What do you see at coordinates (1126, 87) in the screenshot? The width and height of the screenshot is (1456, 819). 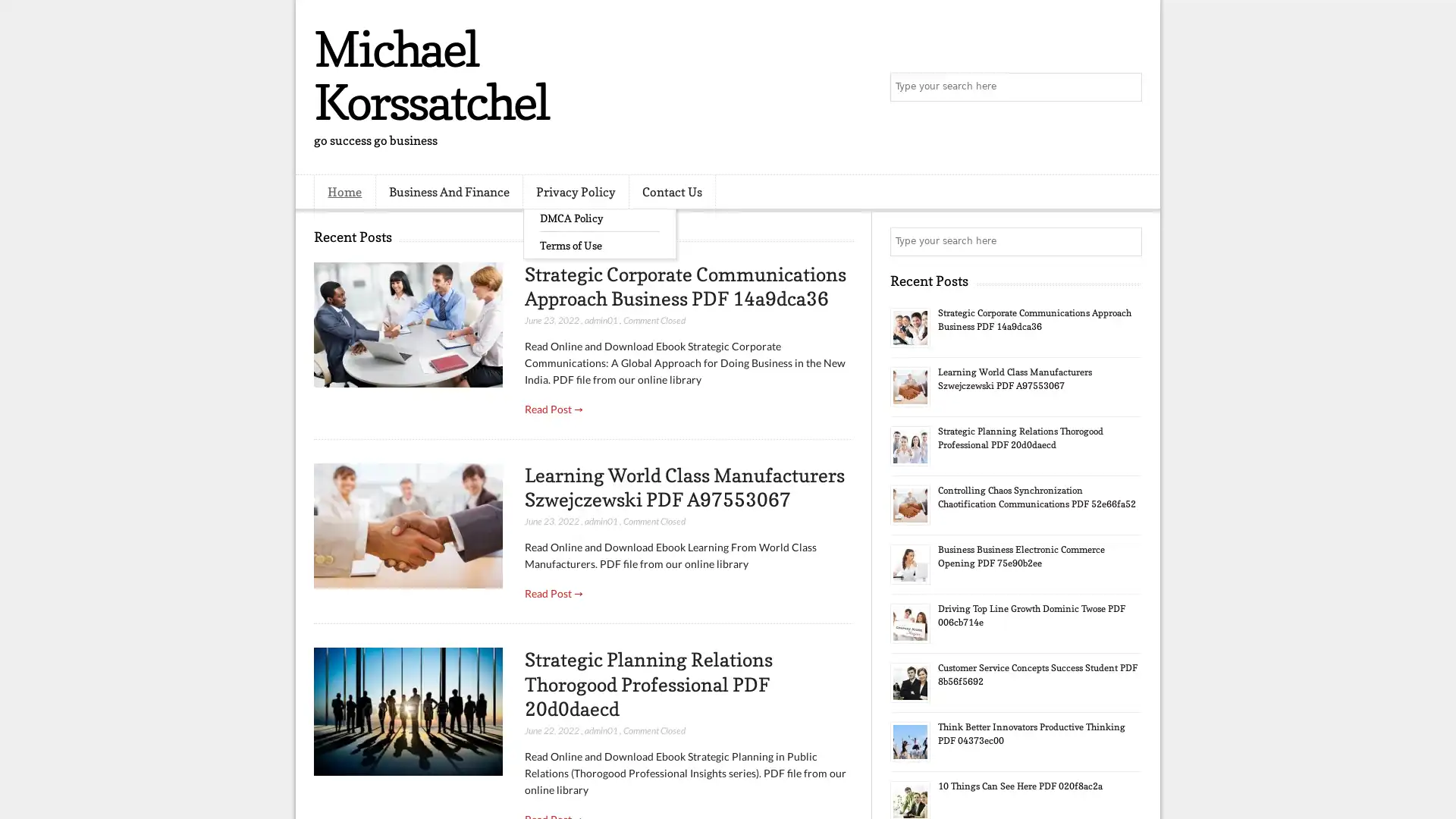 I see `Search` at bounding box center [1126, 87].